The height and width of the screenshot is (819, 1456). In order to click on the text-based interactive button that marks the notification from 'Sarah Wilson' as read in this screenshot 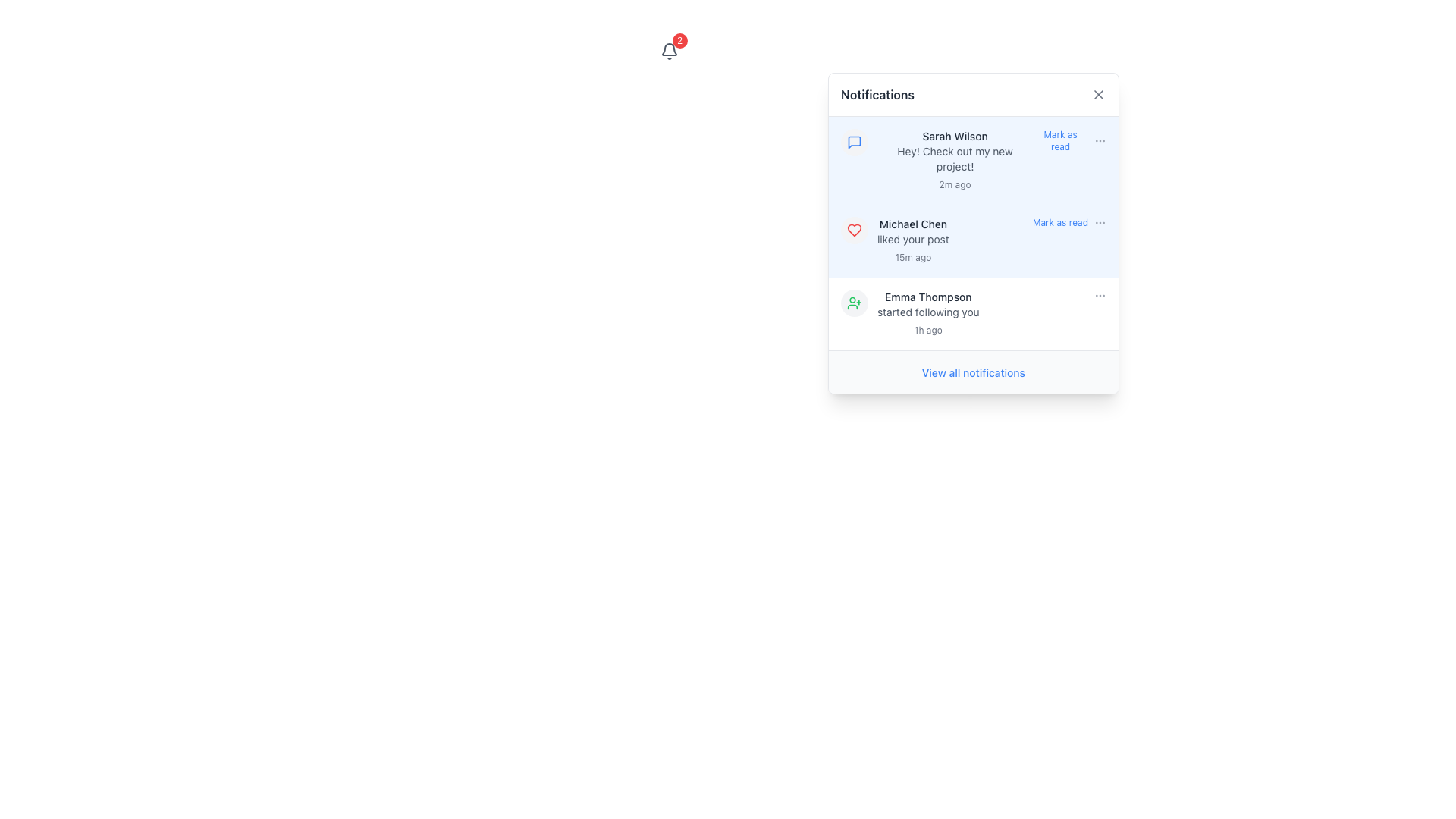, I will do `click(1068, 140)`.